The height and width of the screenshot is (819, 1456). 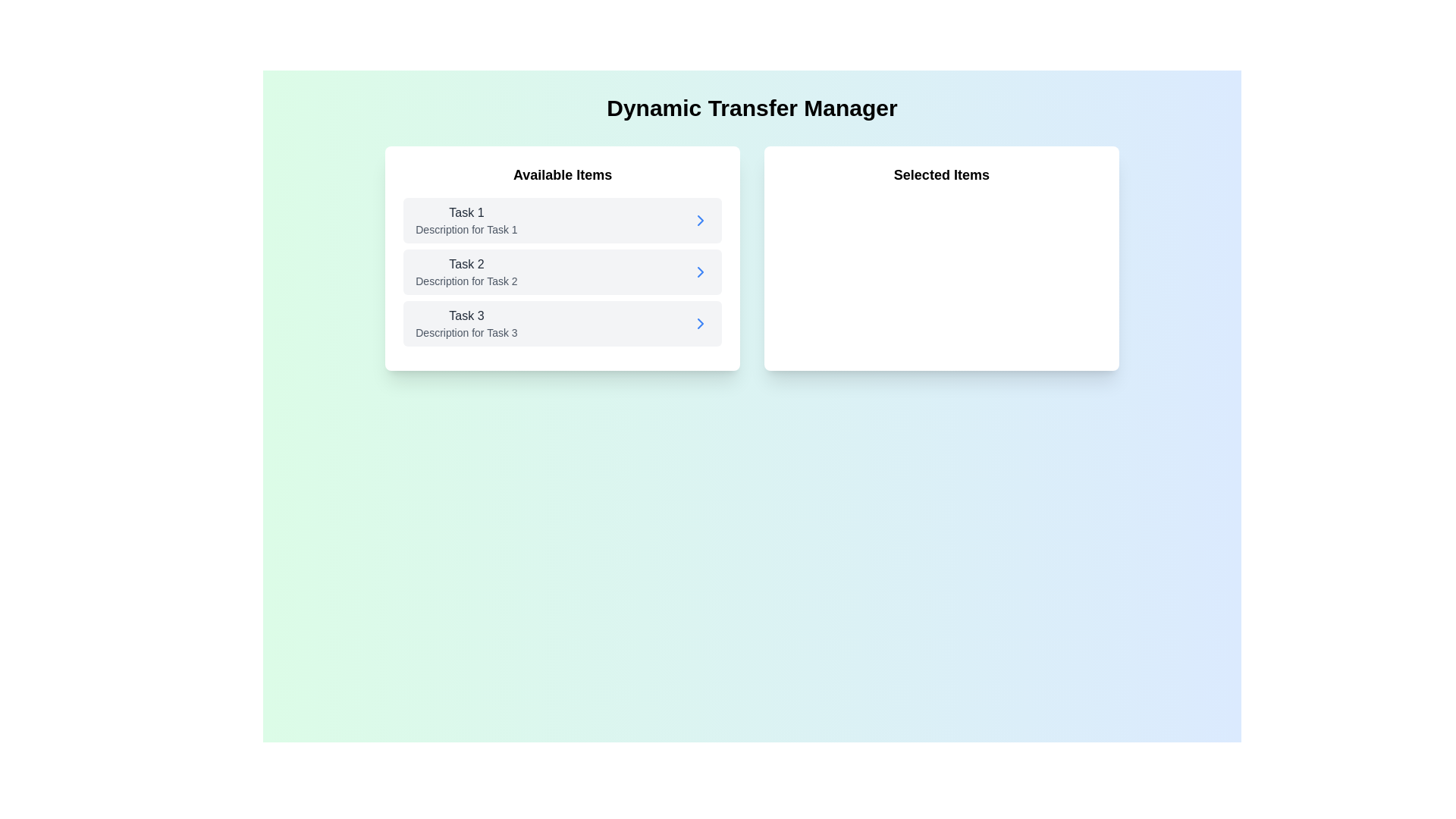 I want to click on the first list item labeled 'Task 1' in the 'Available Items' column, so click(x=562, y=220).